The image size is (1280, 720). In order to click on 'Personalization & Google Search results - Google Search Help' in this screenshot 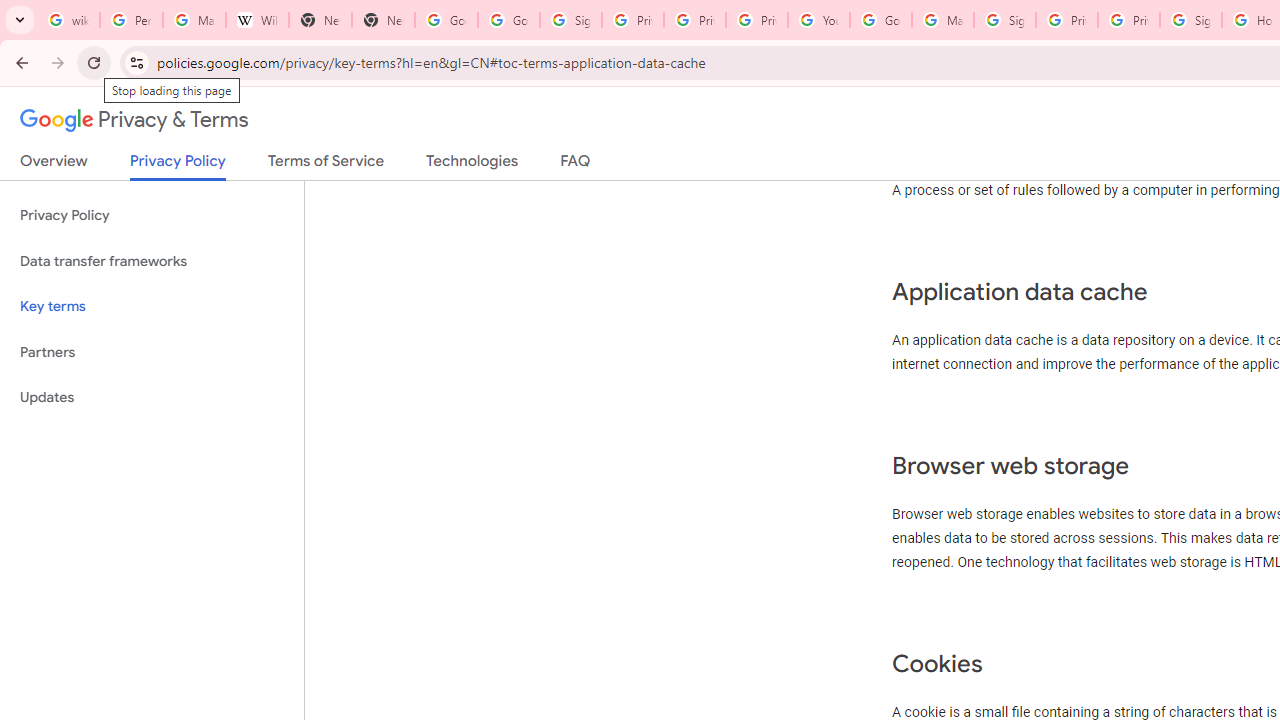, I will do `click(130, 20)`.